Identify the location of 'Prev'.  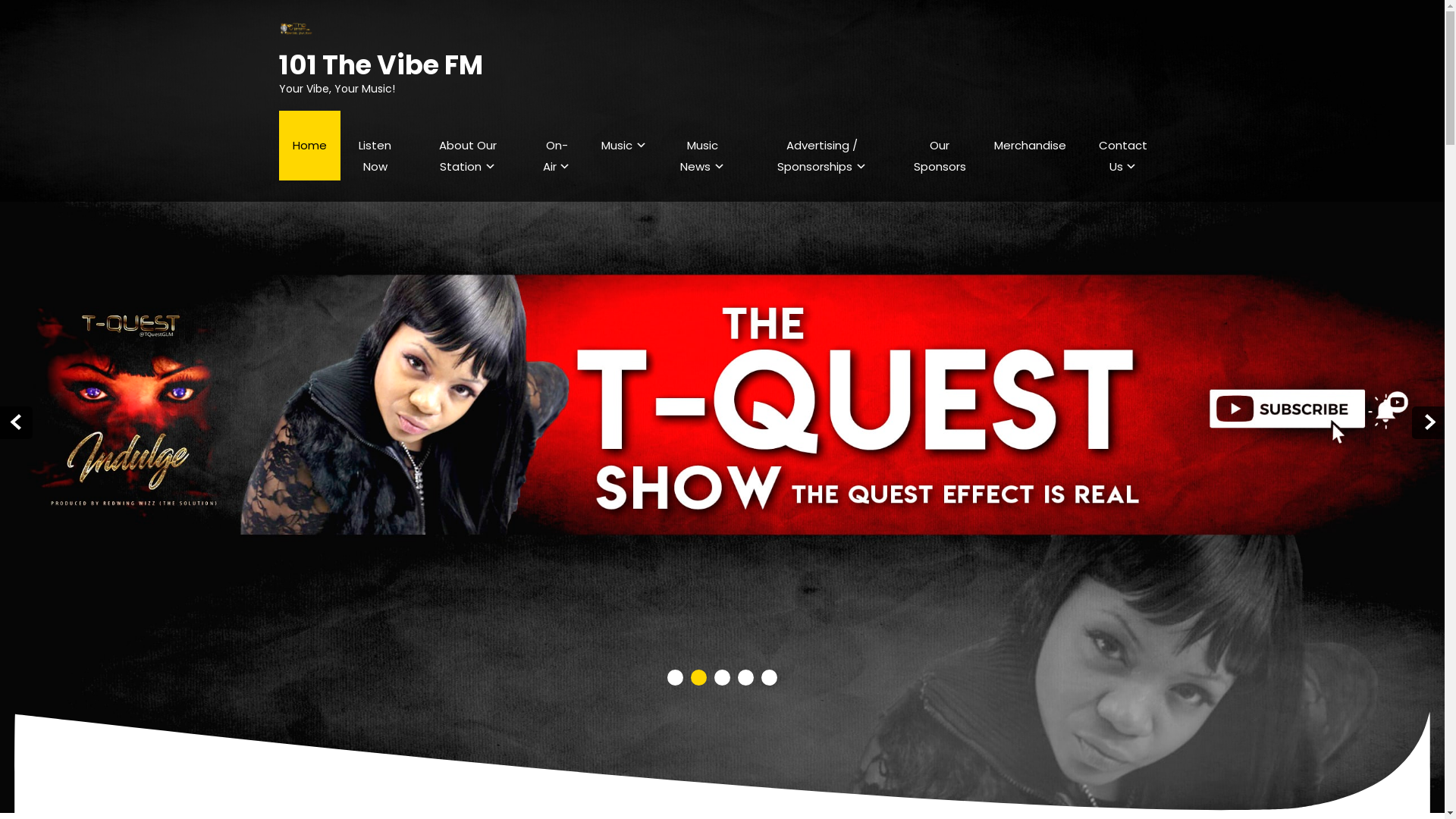
(16, 422).